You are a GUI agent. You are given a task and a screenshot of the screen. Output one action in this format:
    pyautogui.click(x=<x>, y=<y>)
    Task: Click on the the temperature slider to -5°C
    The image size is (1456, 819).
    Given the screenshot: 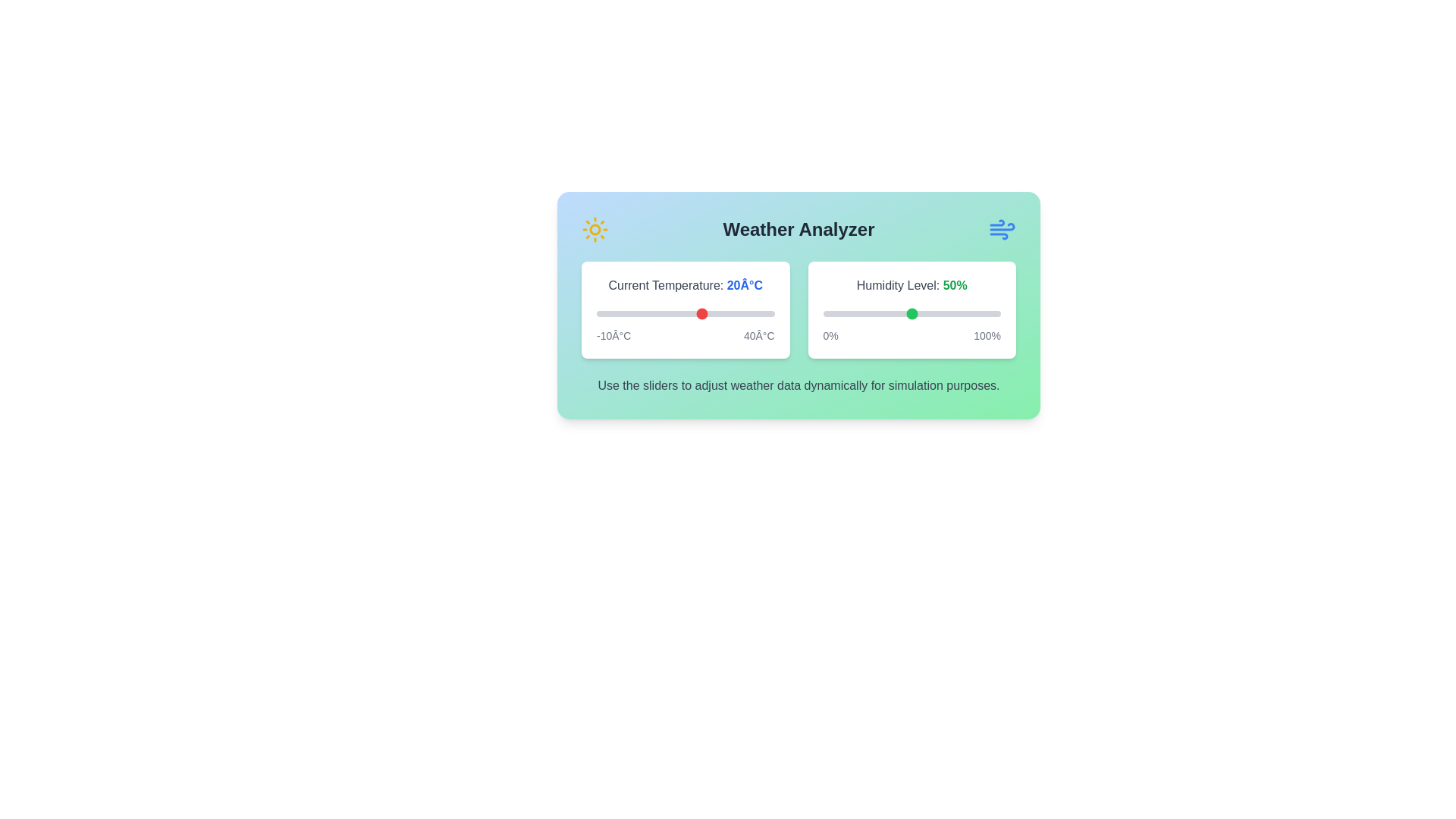 What is the action you would take?
    pyautogui.click(x=614, y=312)
    